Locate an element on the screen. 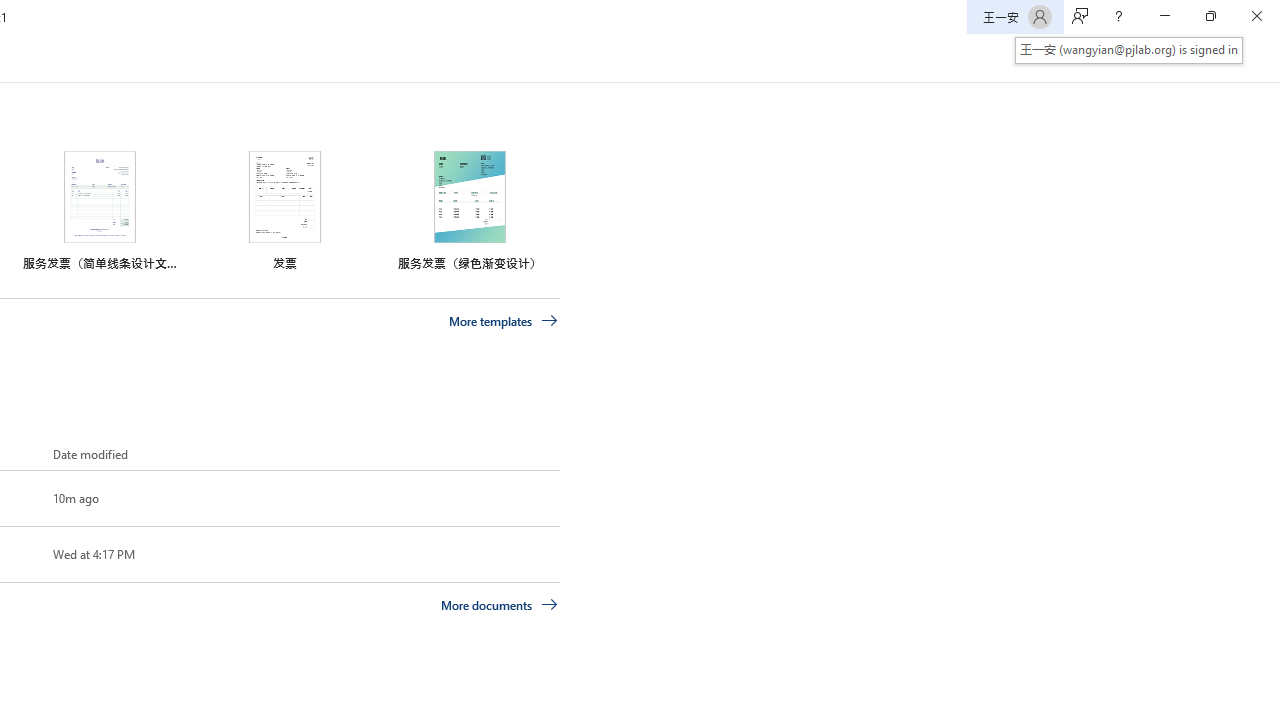 This screenshot has height=720, width=1280. 'More templates' is located at coordinates (503, 320).